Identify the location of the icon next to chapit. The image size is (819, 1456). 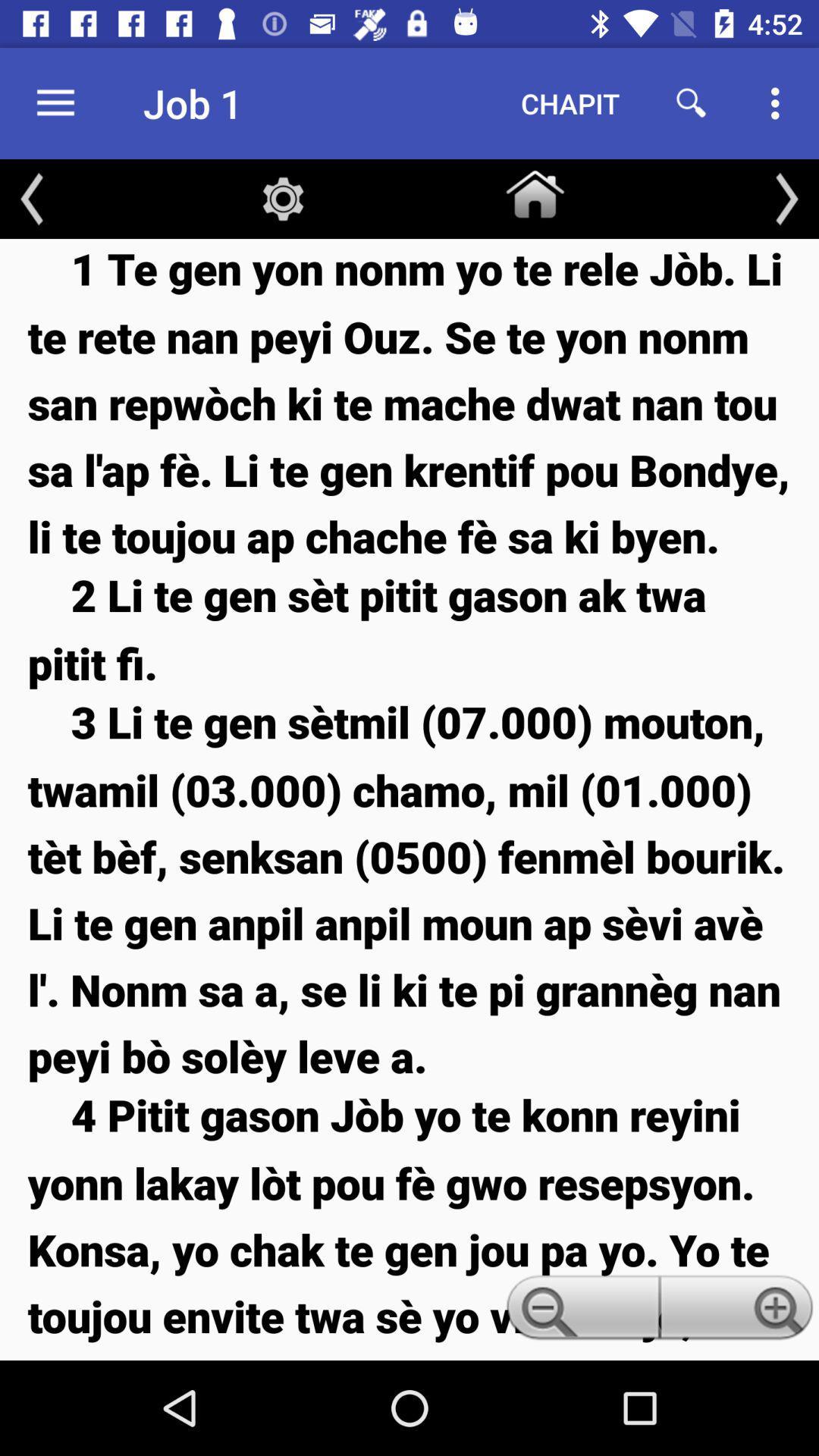
(691, 102).